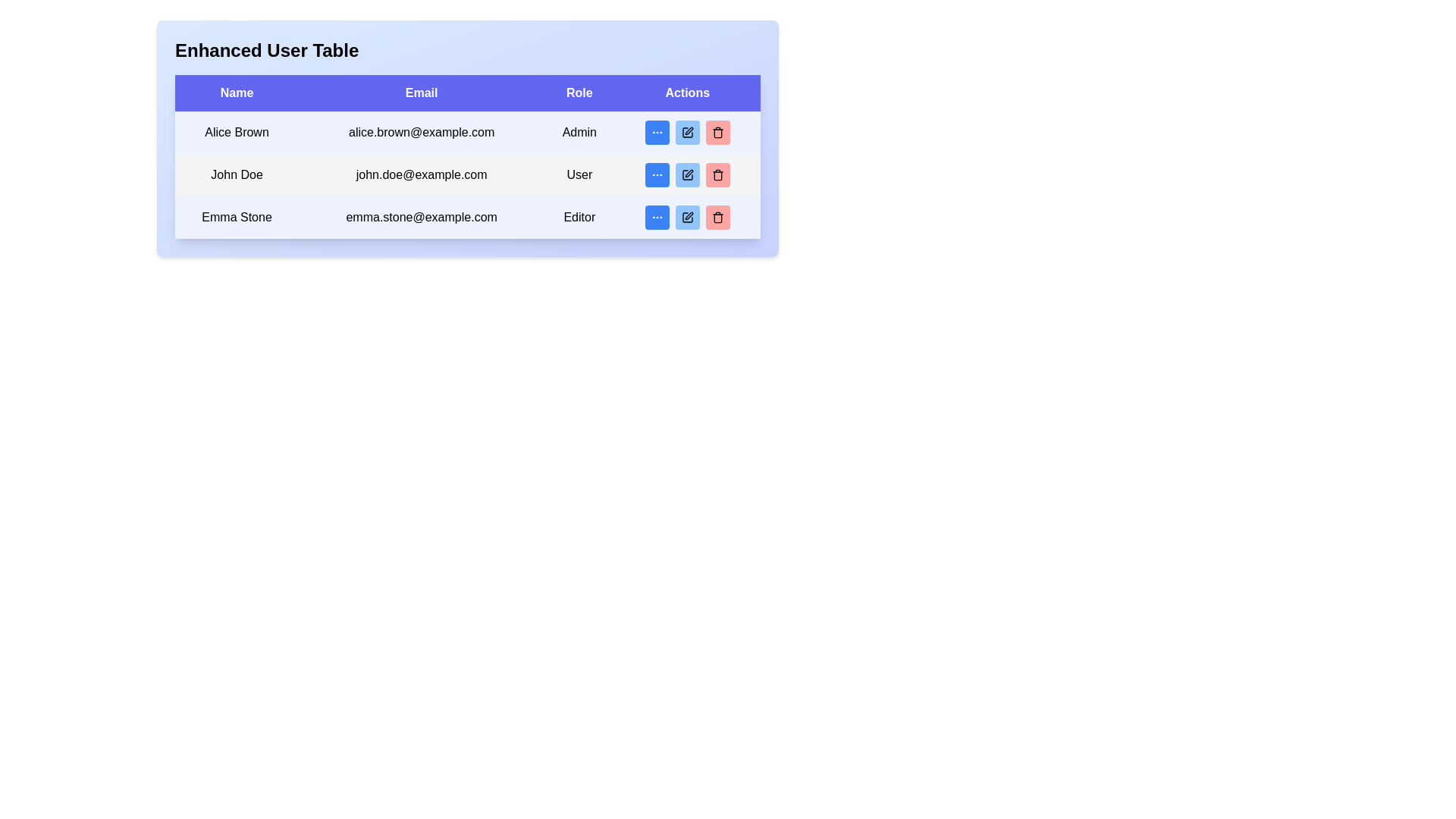  Describe the element at coordinates (686, 217) in the screenshot. I see `the light blue button with a pen icon in the Actions column associated with 'Emma Stone'` at that location.